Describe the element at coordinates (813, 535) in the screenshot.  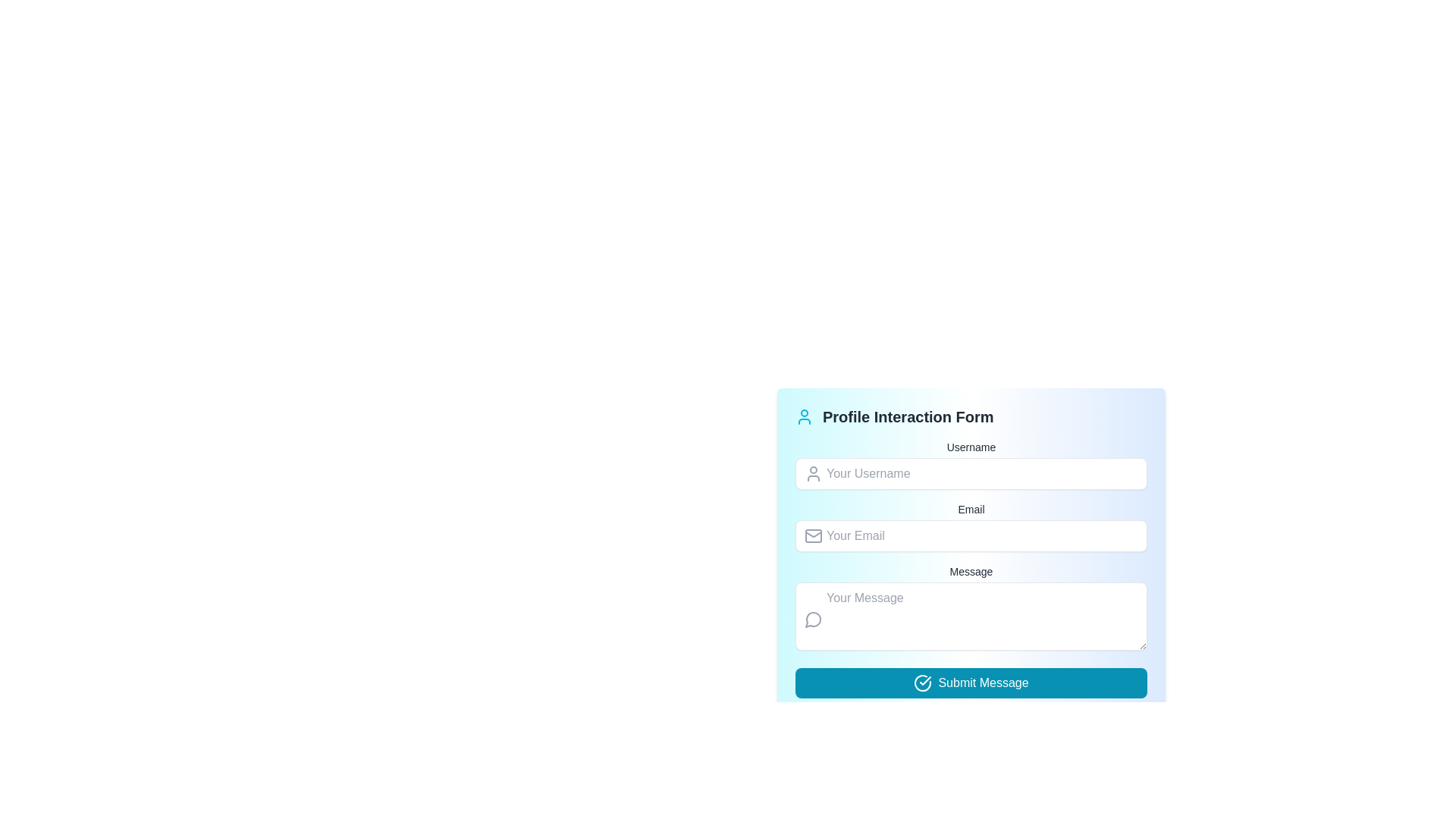
I see `the mail icon, which is a rectangular graphical component resembling an envelope, located to the left of the 'Email' input field` at that location.